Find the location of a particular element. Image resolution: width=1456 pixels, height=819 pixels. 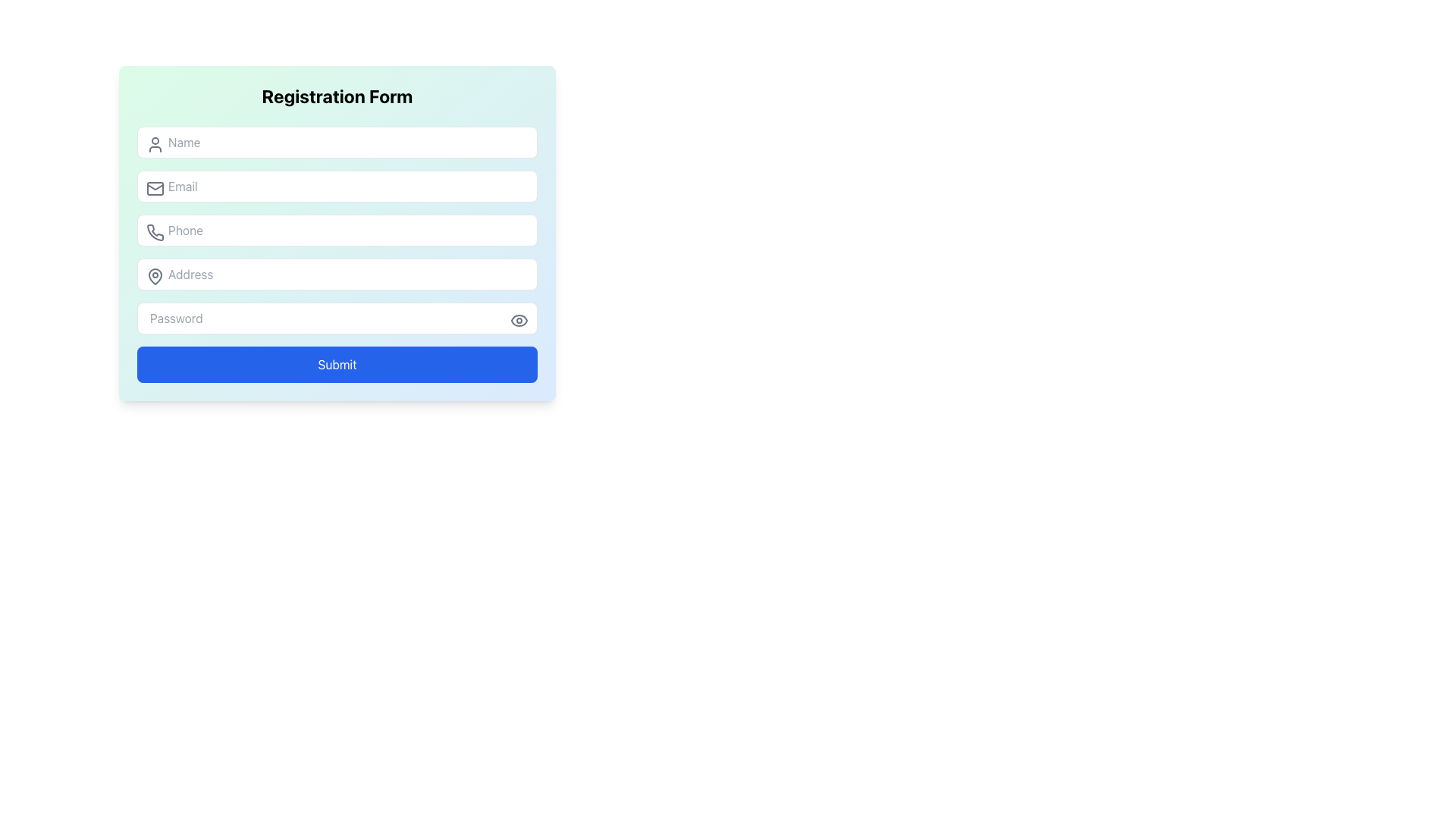

the gray map pin icon that is positioned to the left of the 'Address' input field is located at coordinates (155, 277).